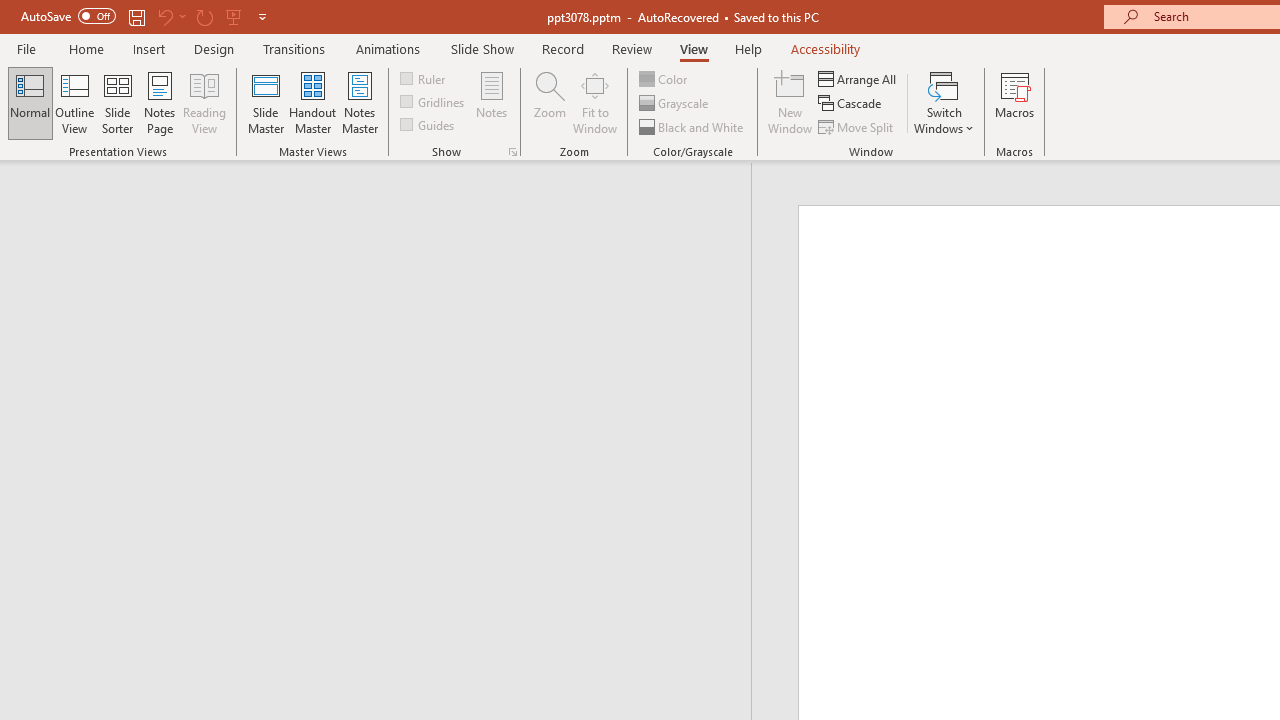 The width and height of the screenshot is (1280, 720). What do you see at coordinates (427, 124) in the screenshot?
I see `'Guides'` at bounding box center [427, 124].